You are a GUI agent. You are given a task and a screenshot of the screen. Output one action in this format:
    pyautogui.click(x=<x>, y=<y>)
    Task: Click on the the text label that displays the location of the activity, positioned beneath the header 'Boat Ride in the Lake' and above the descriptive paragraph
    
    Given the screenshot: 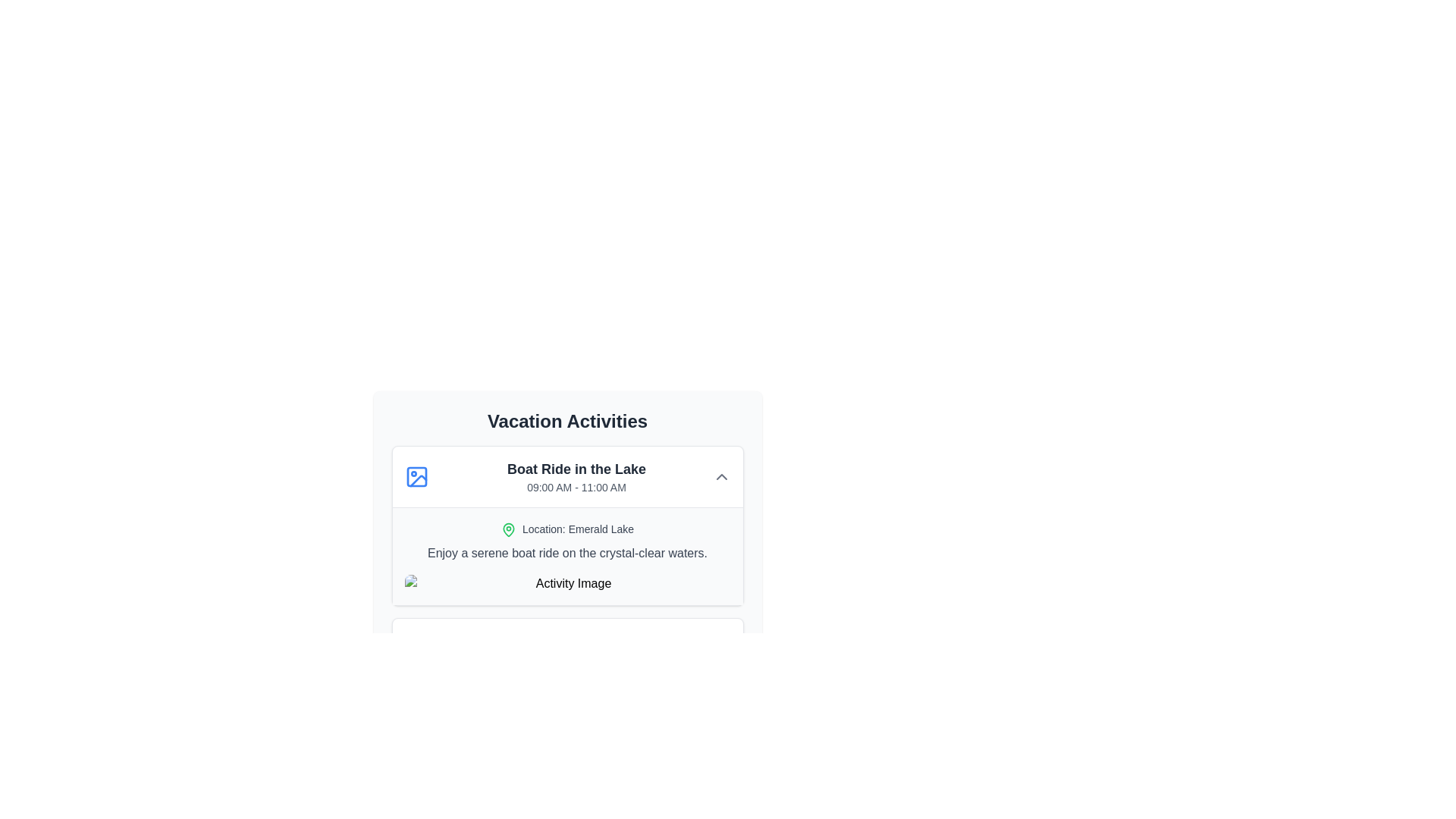 What is the action you would take?
    pyautogui.click(x=577, y=529)
    